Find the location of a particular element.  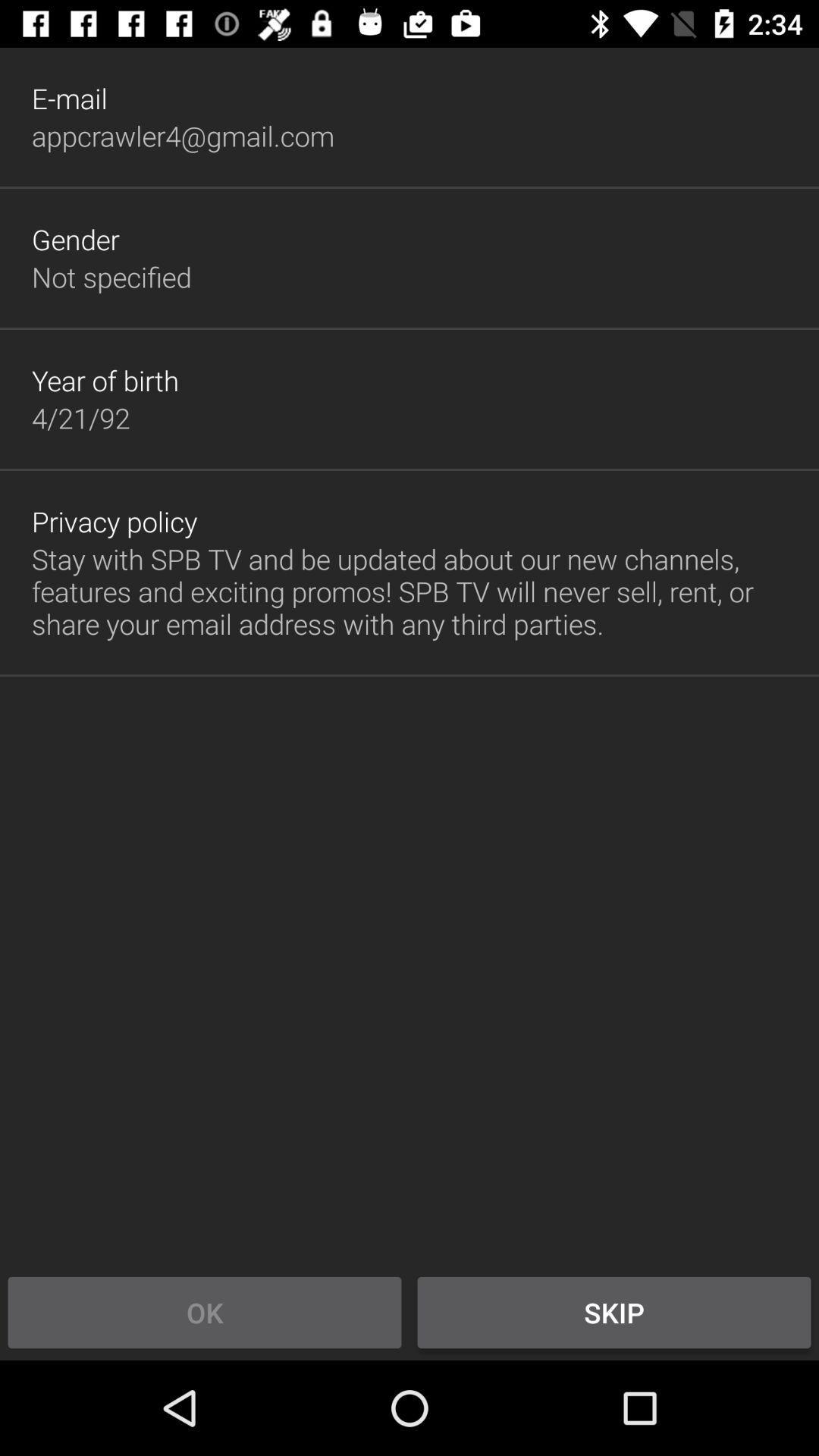

icon below the e-mail icon is located at coordinates (182, 136).